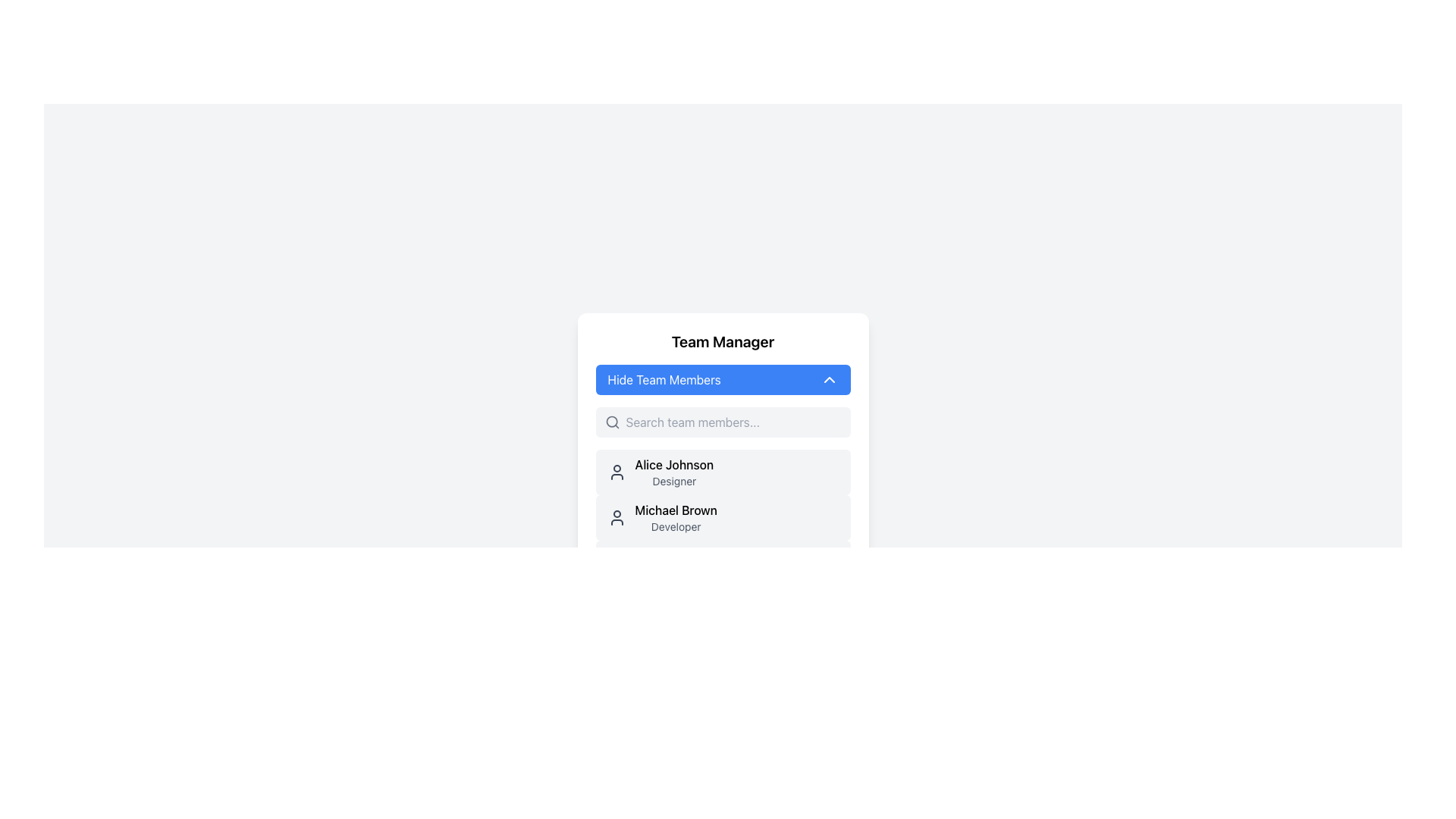 The image size is (1456, 819). Describe the element at coordinates (675, 526) in the screenshot. I see `the static text label displaying 'Developer' located below 'Michael Brown' in the team member list` at that location.